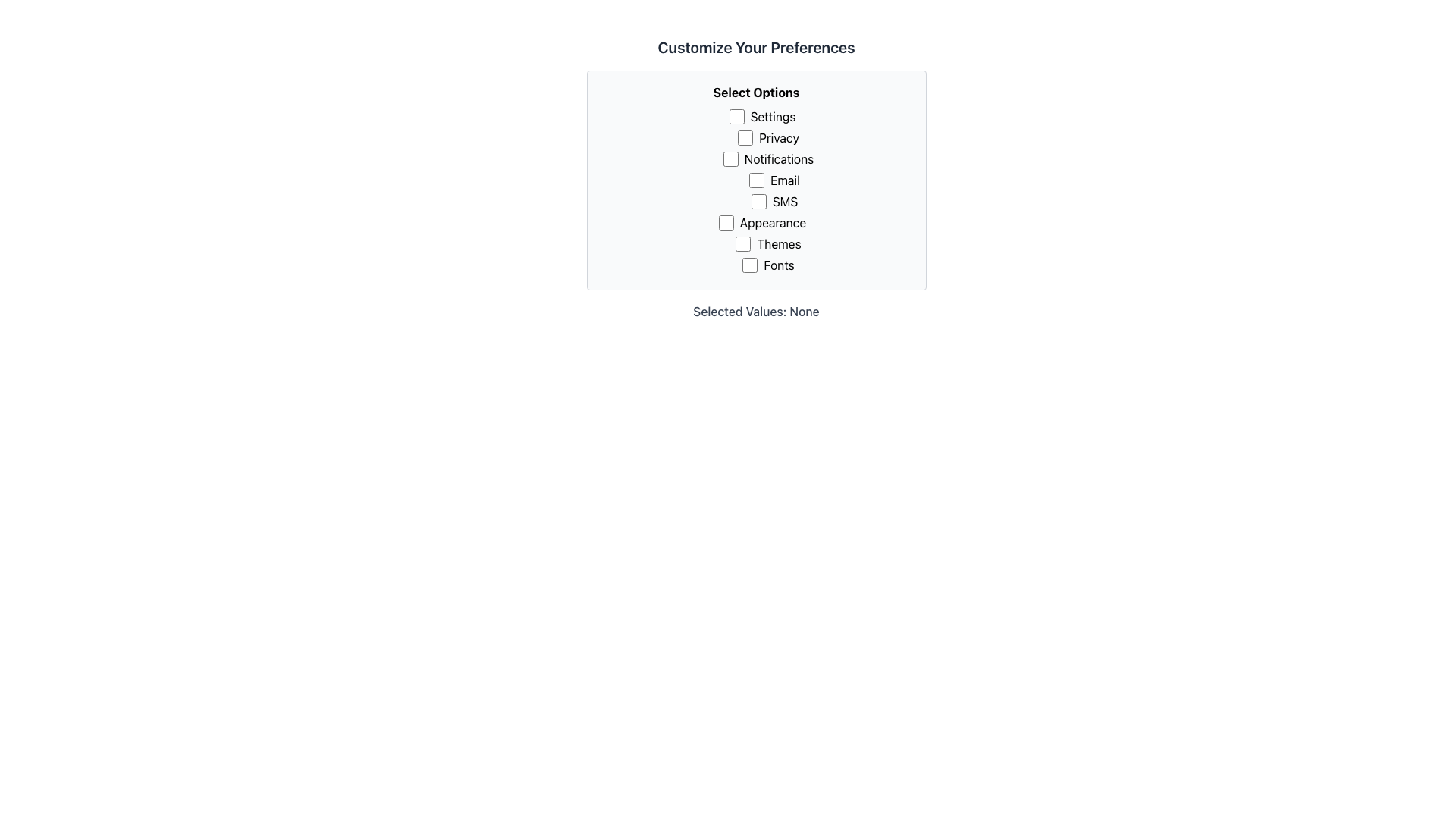  What do you see at coordinates (768, 243) in the screenshot?
I see `the Text Label that labels the checkbox for the 'Themes' option located in the 'Appearance' section, which is positioned to the right of the corresponding checkbox` at bounding box center [768, 243].